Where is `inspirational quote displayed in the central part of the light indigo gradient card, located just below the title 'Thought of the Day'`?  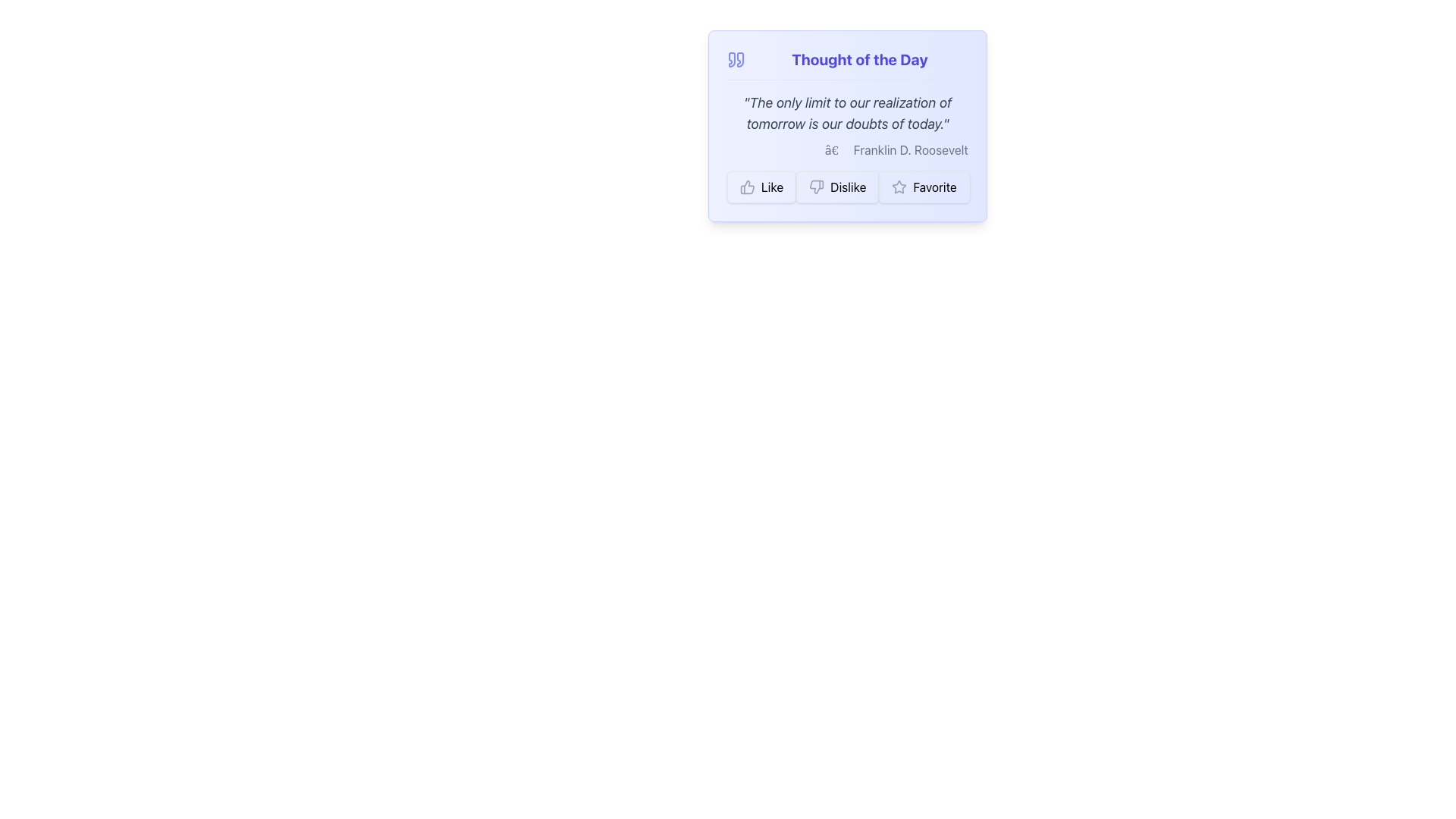
inspirational quote displayed in the central part of the light indigo gradient card, located just below the title 'Thought of the Day' is located at coordinates (847, 113).